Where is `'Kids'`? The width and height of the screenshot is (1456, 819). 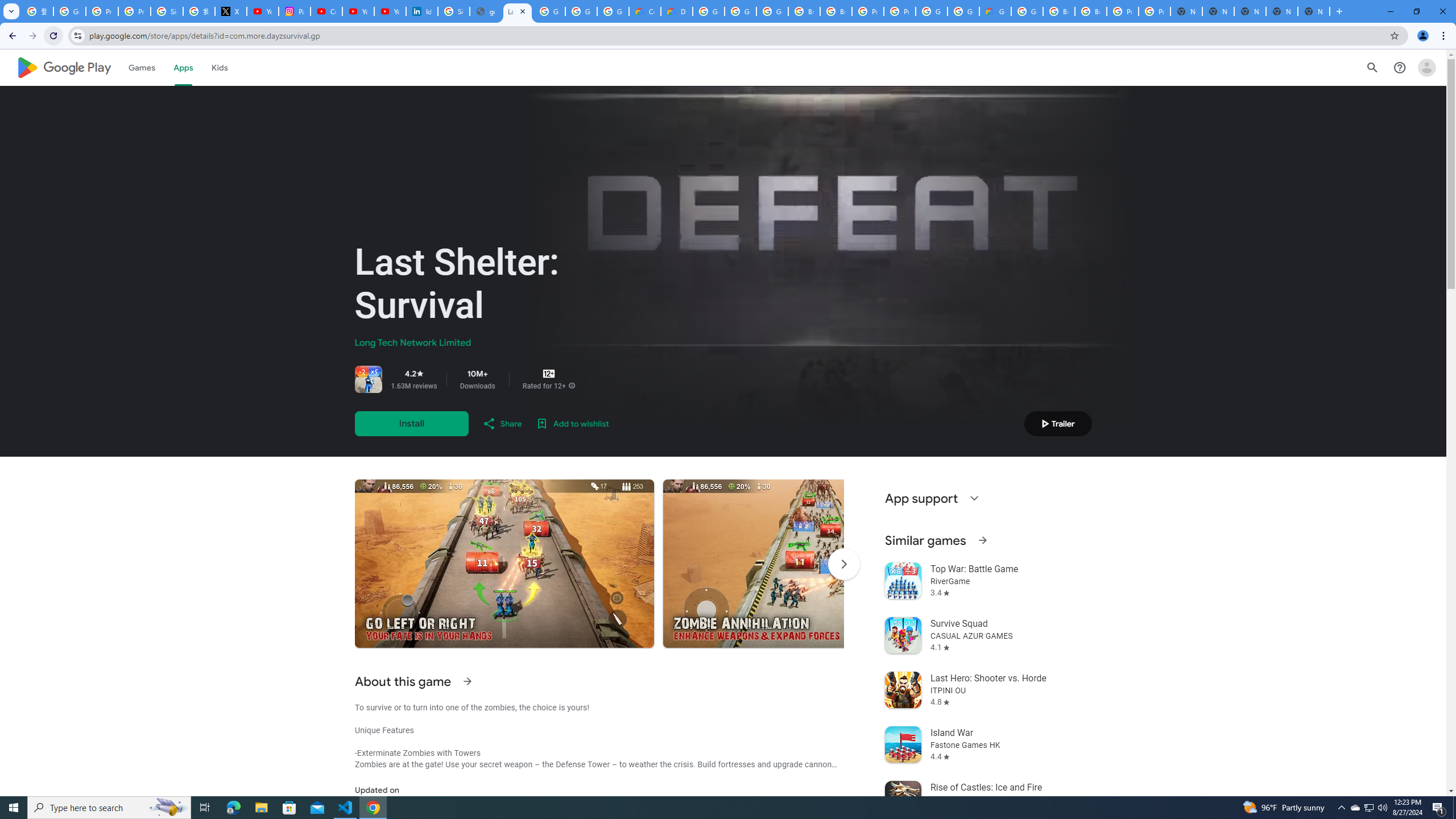
'Kids' is located at coordinates (220, 67).